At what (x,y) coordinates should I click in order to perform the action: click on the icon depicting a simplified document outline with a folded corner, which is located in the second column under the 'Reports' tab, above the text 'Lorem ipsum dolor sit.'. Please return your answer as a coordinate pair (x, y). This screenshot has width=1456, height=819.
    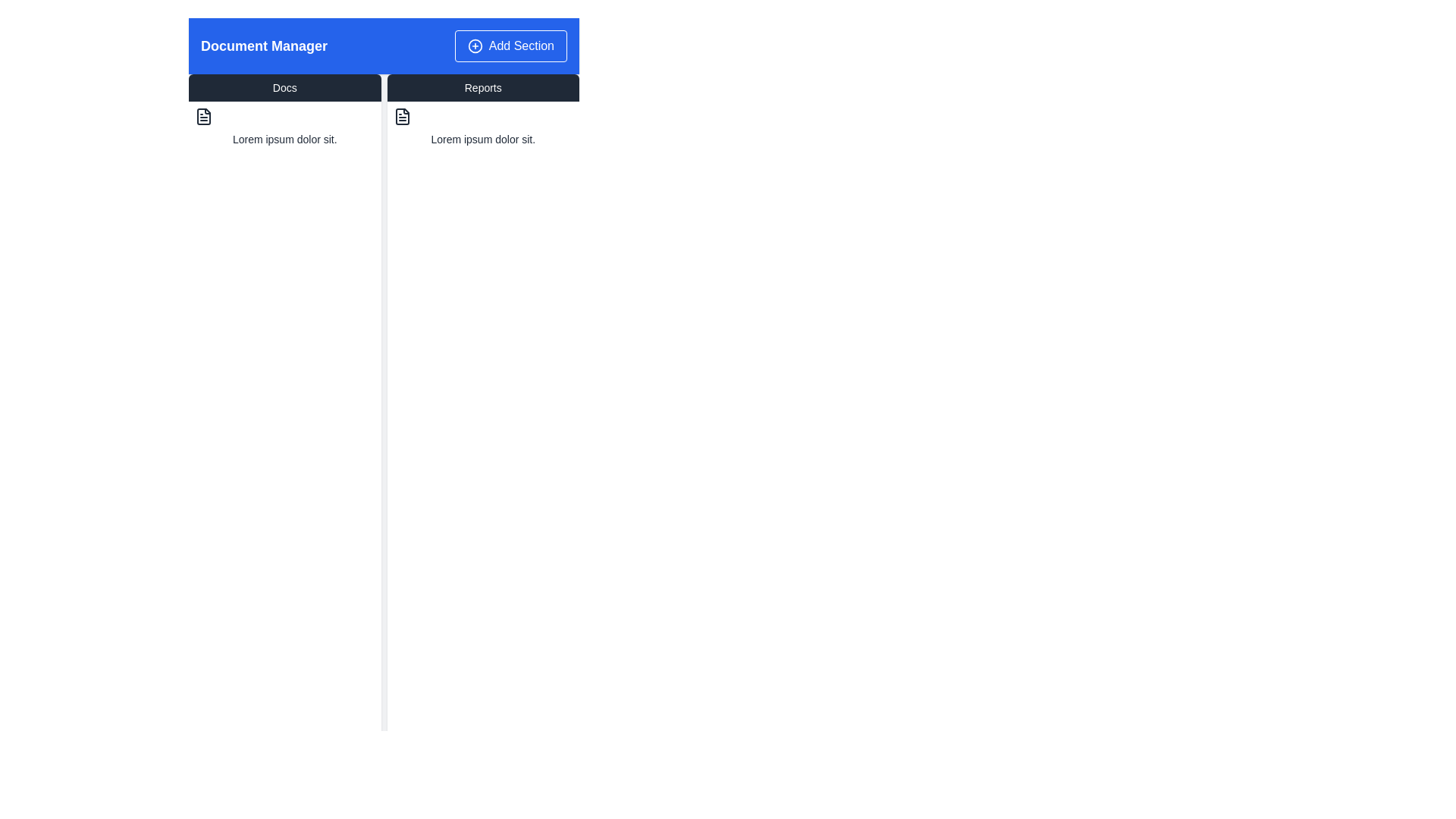
    Looking at the image, I should click on (402, 116).